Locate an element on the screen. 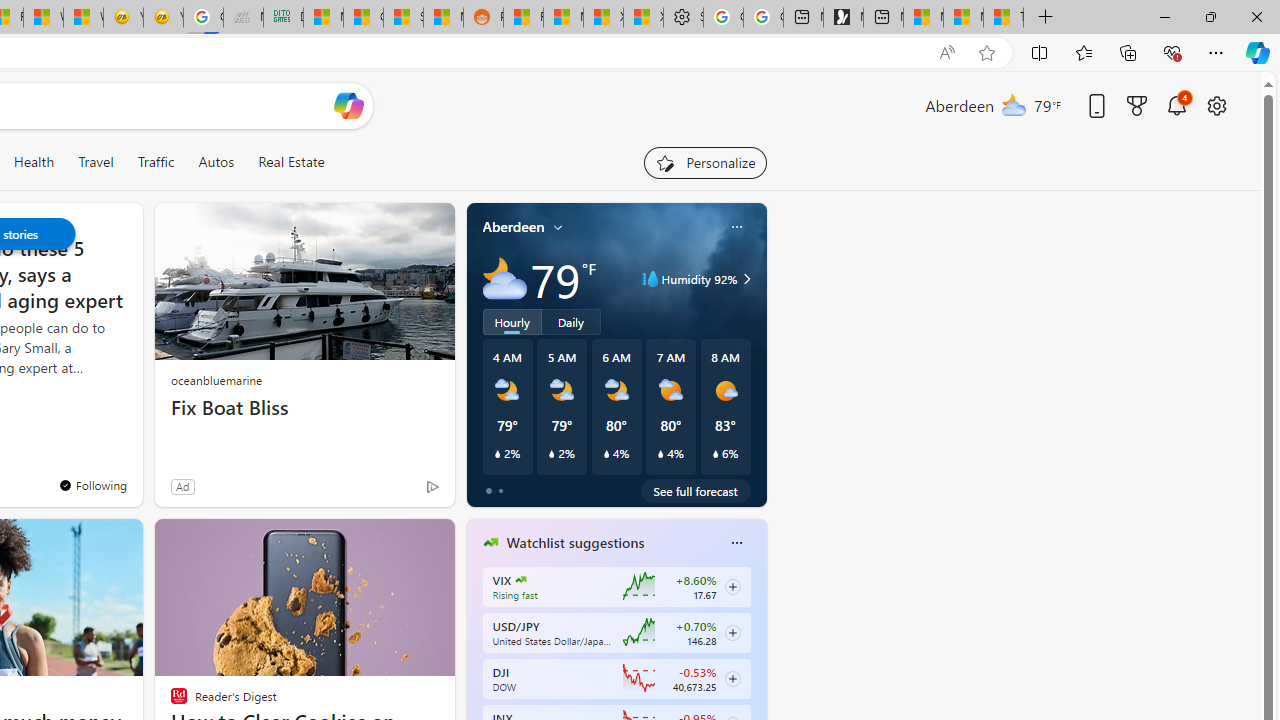  'You' is located at coordinates (91, 485).